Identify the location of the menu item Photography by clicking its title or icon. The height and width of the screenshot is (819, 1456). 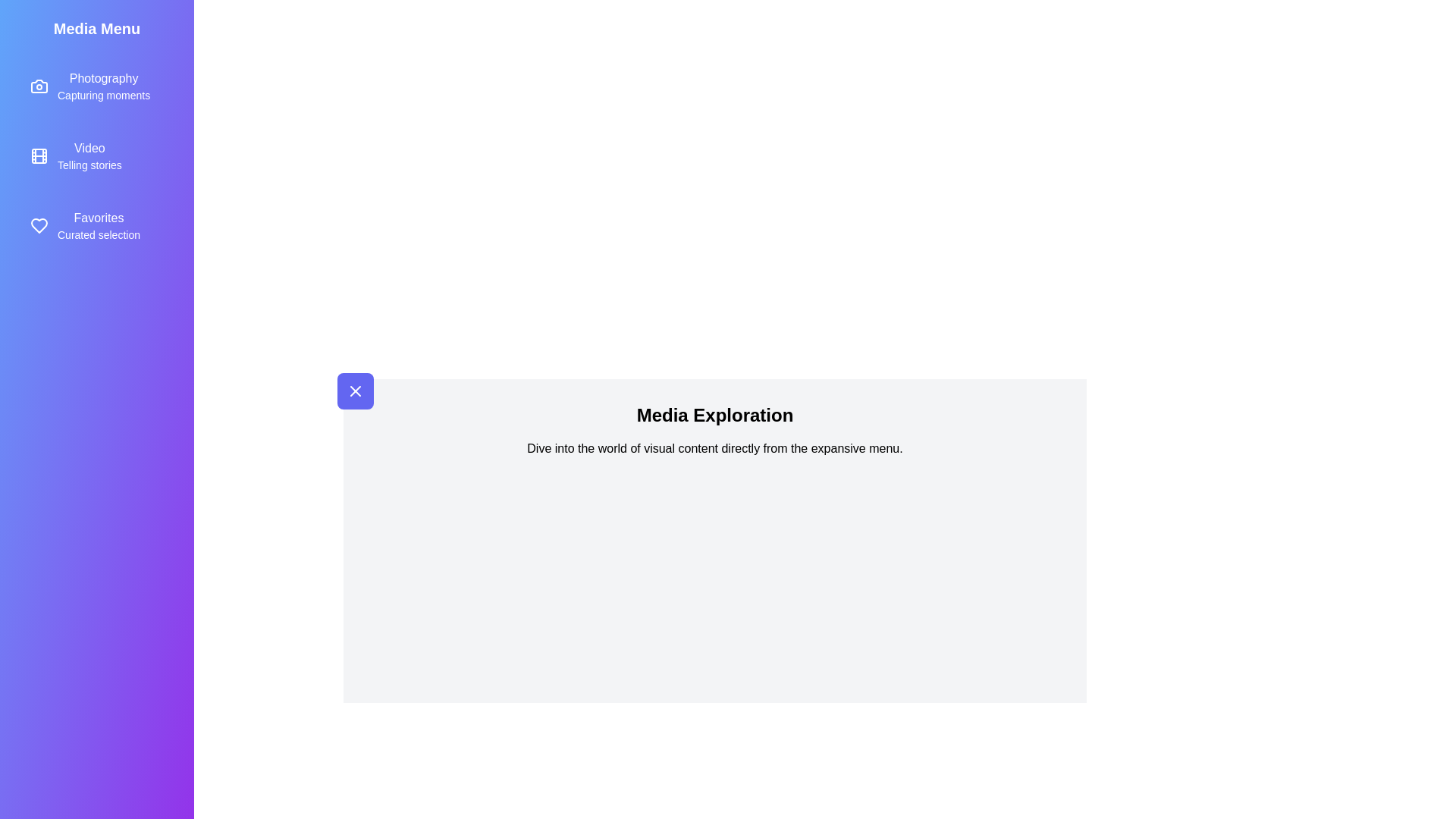
(96, 86).